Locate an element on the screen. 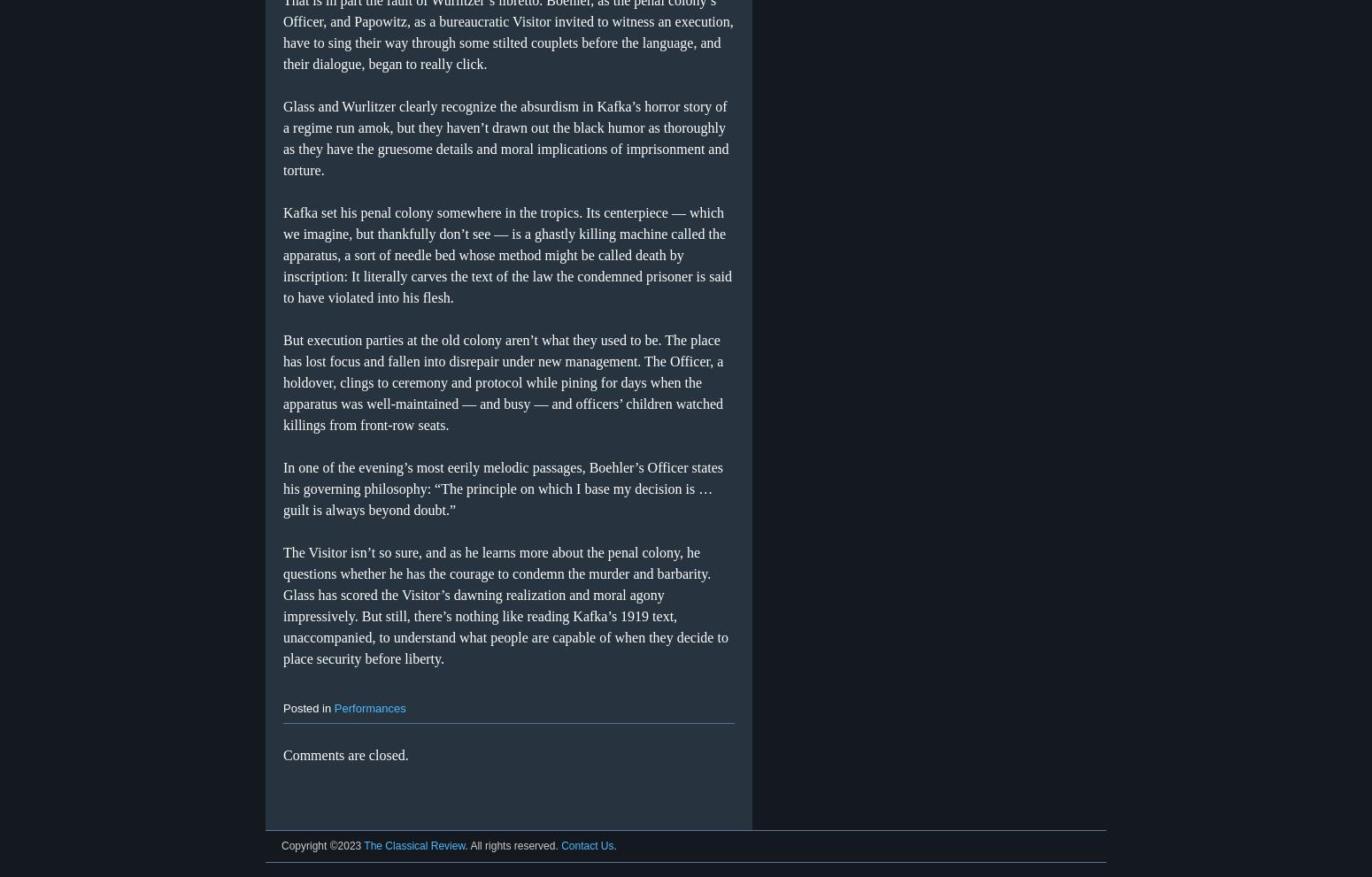 This screenshot has width=1372, height=877. '. All rights reserved.' is located at coordinates (513, 846).